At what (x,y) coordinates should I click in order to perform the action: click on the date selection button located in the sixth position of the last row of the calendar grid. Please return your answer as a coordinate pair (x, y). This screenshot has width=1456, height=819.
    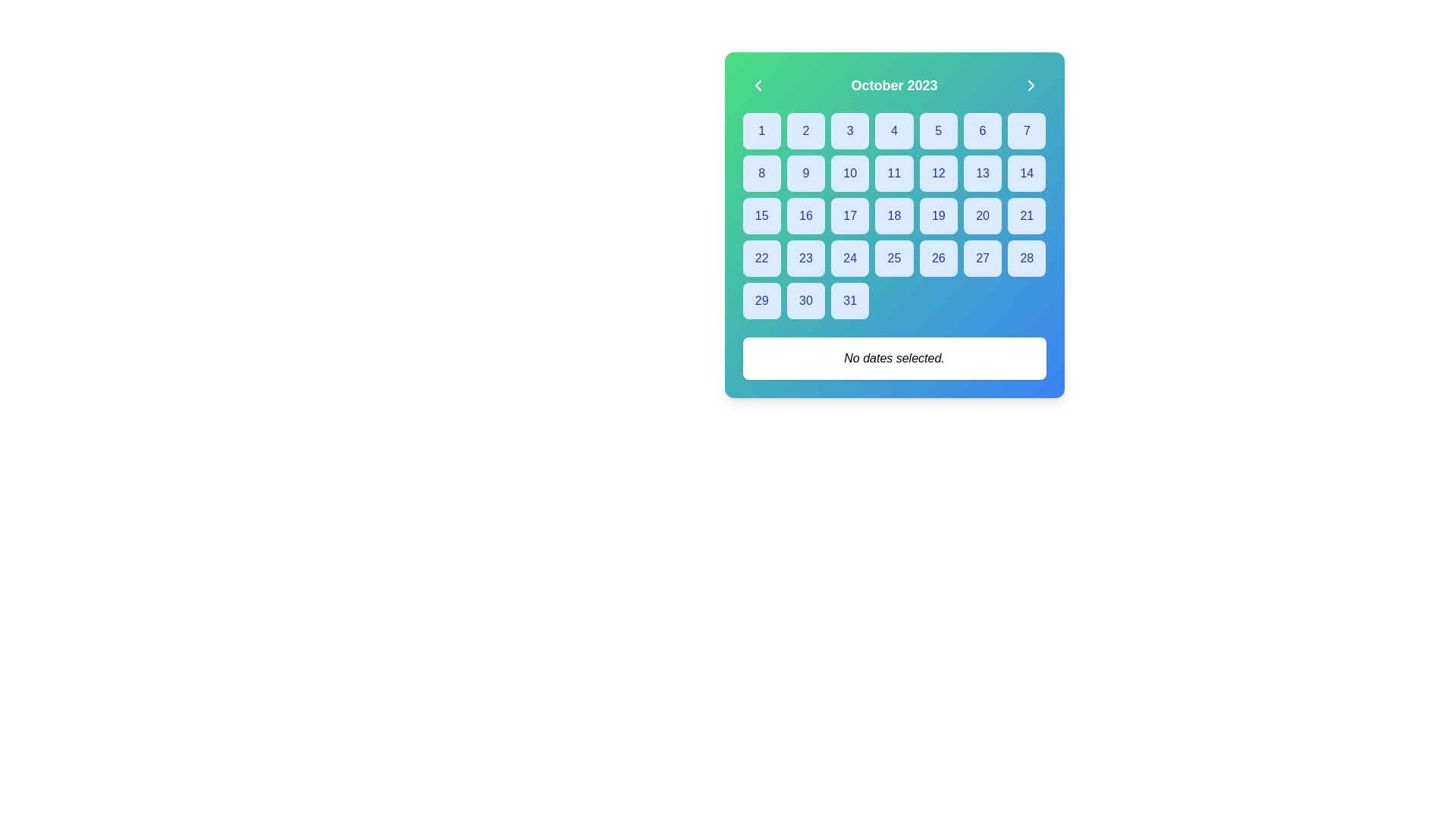
    Looking at the image, I should click on (805, 301).